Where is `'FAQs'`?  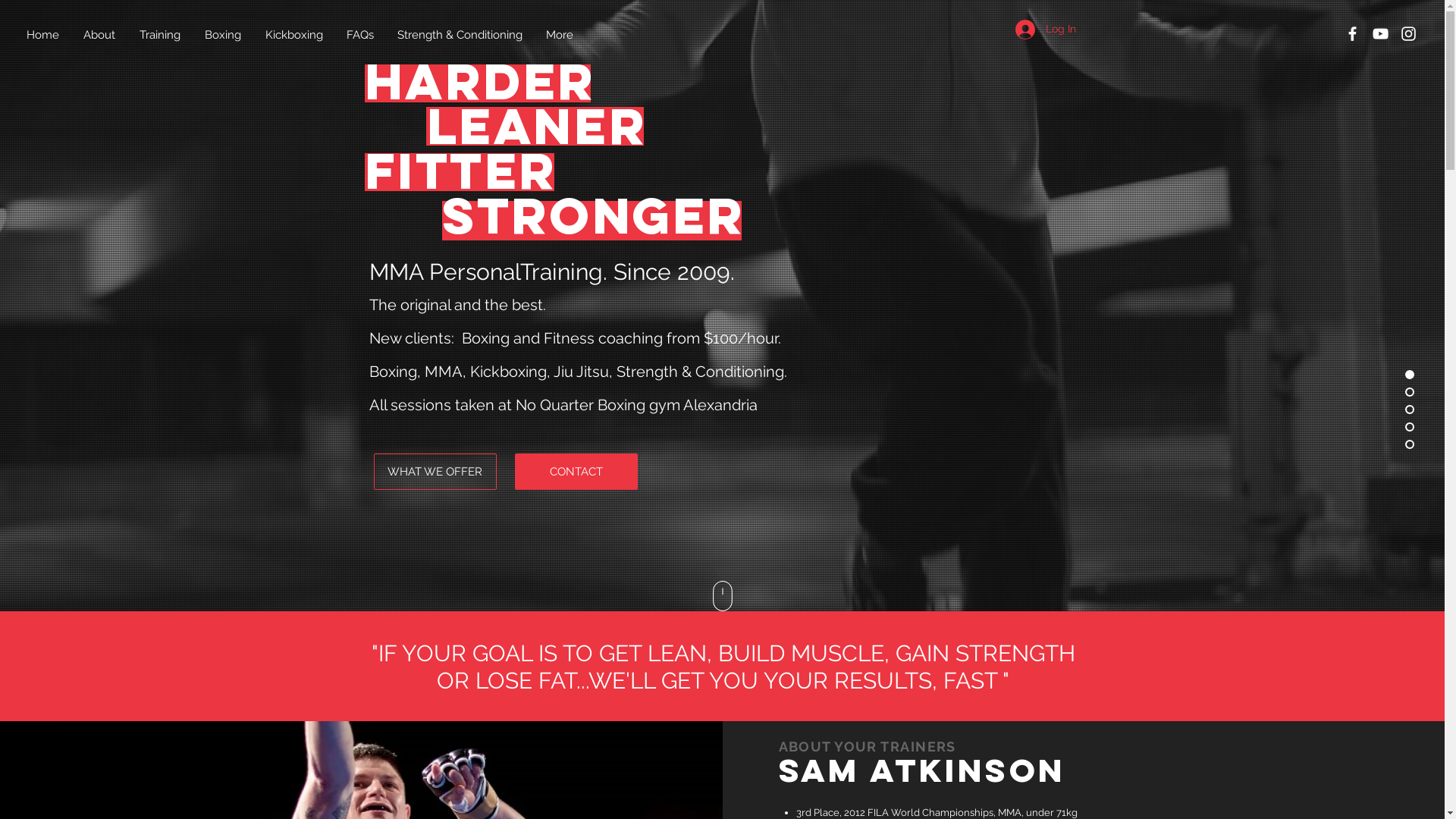 'FAQs' is located at coordinates (359, 34).